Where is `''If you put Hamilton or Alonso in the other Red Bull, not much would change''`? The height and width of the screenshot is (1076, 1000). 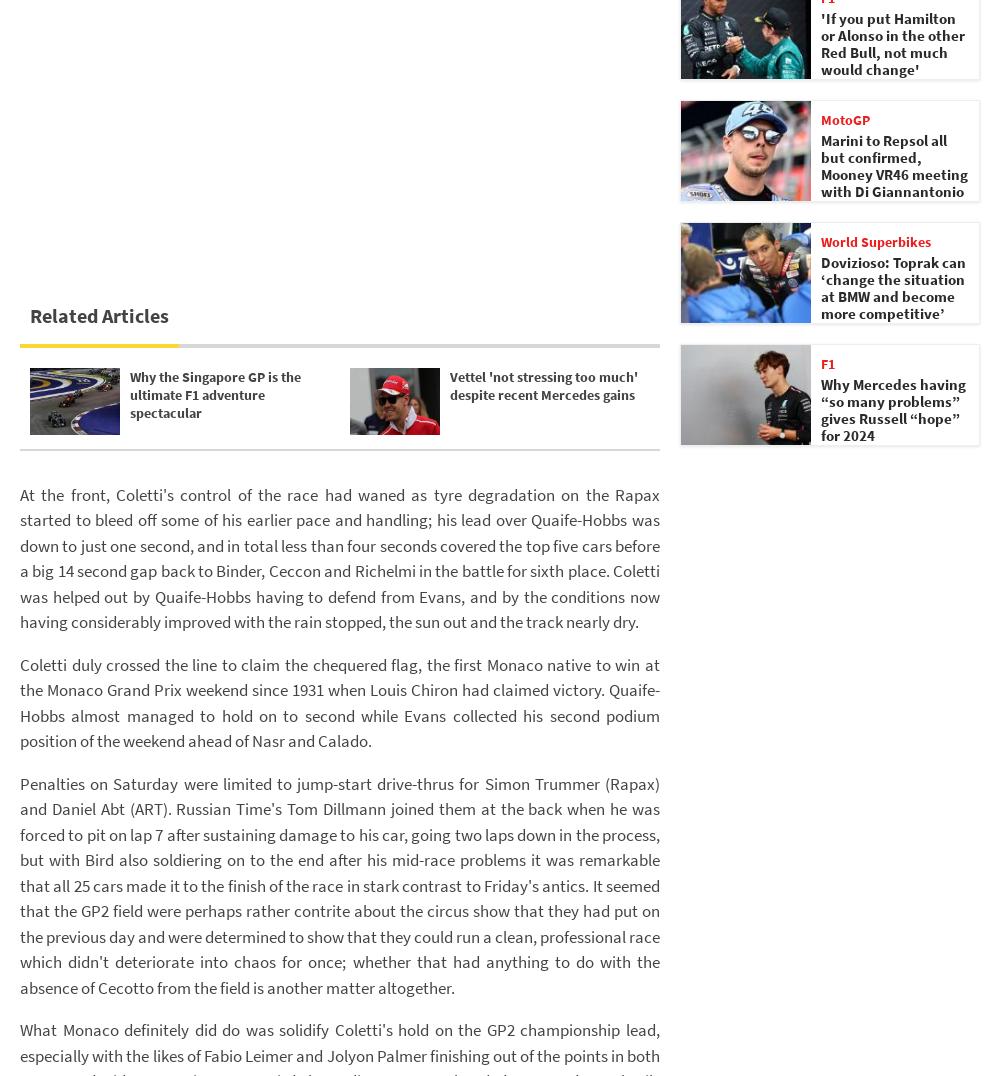 ''If you put Hamilton or Alonso in the other Red Bull, not much would change'' is located at coordinates (893, 43).